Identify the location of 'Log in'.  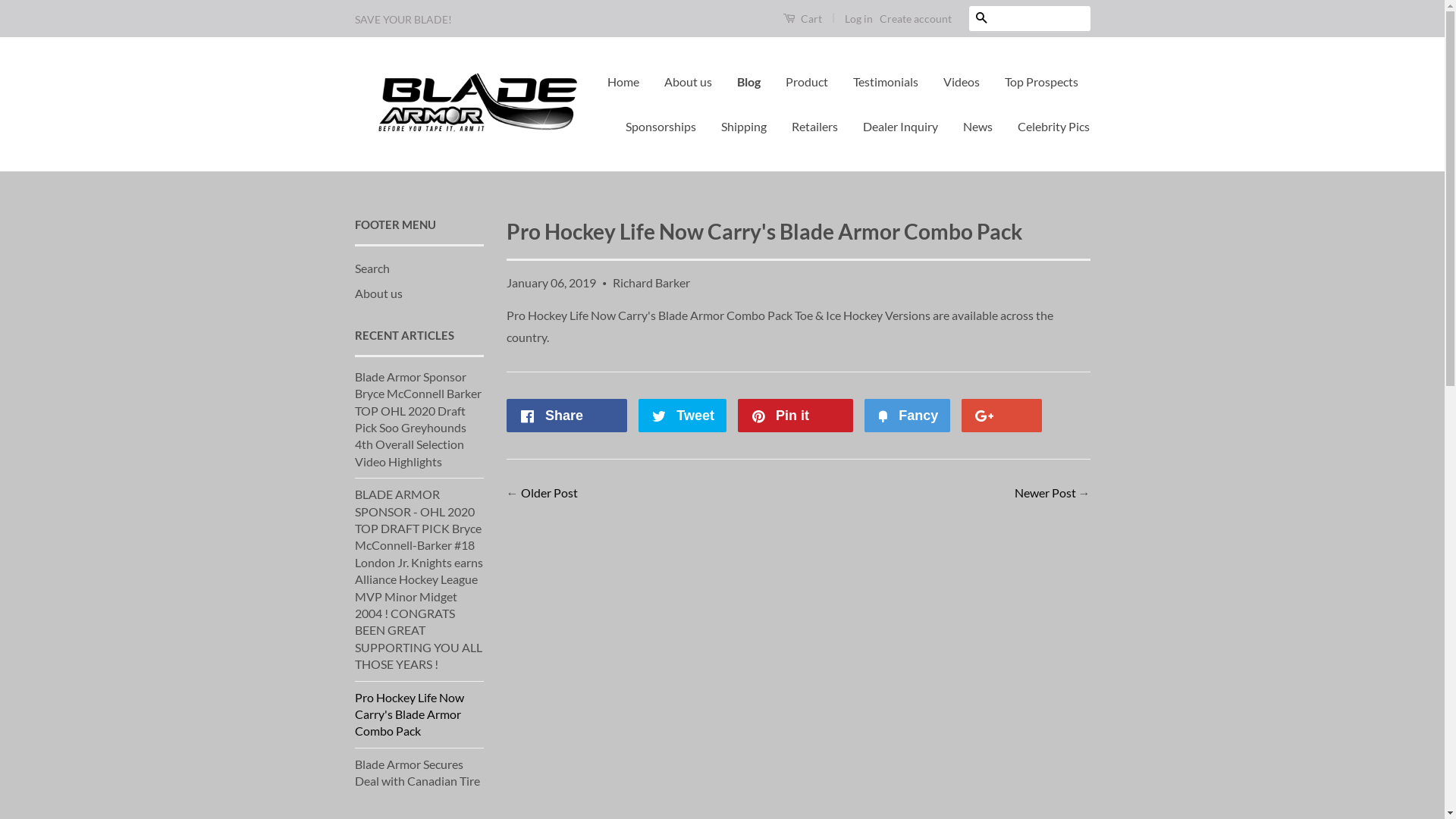
(858, 18).